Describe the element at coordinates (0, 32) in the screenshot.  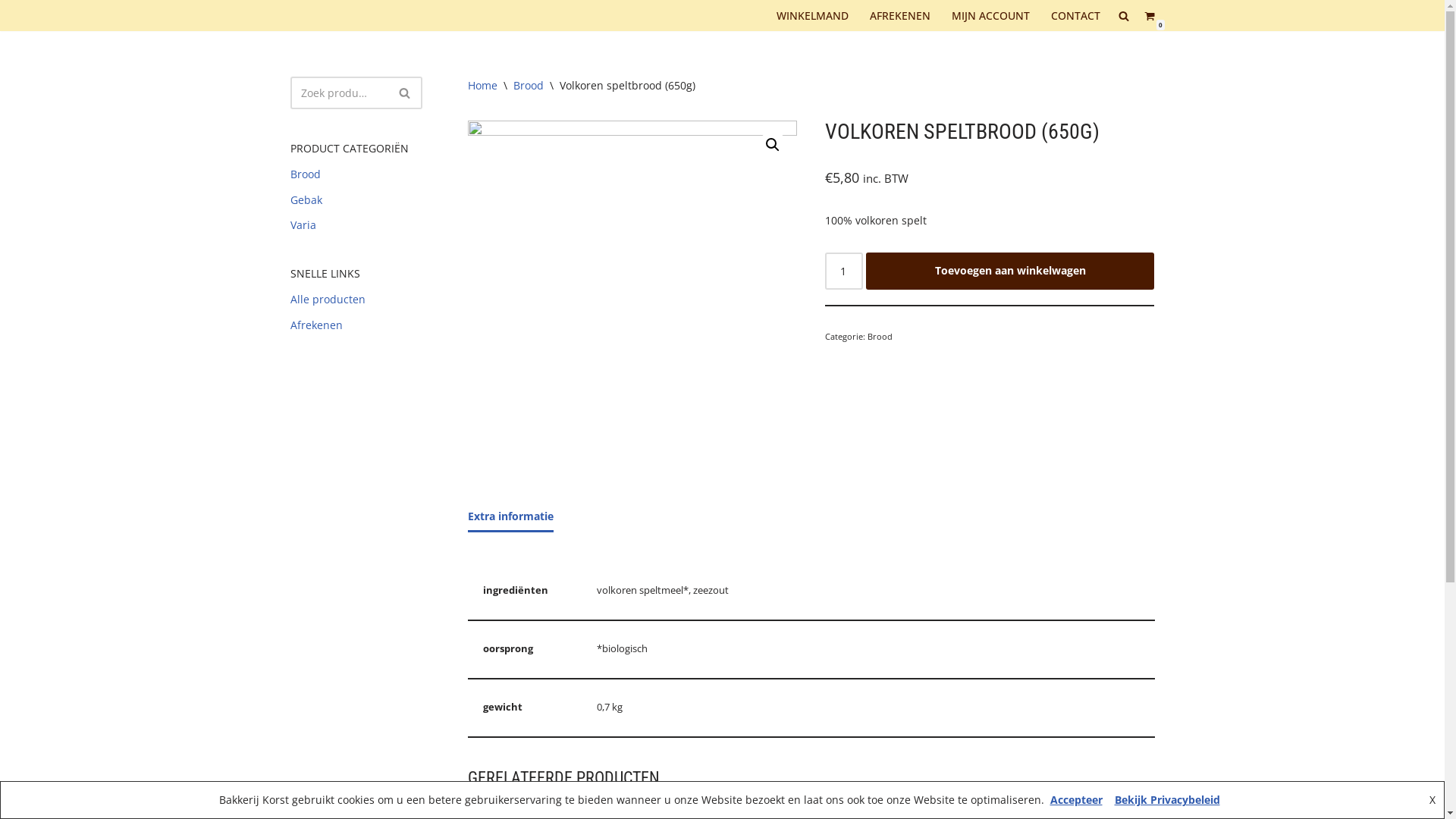
I see `'Ga naar de inhoud'` at that location.